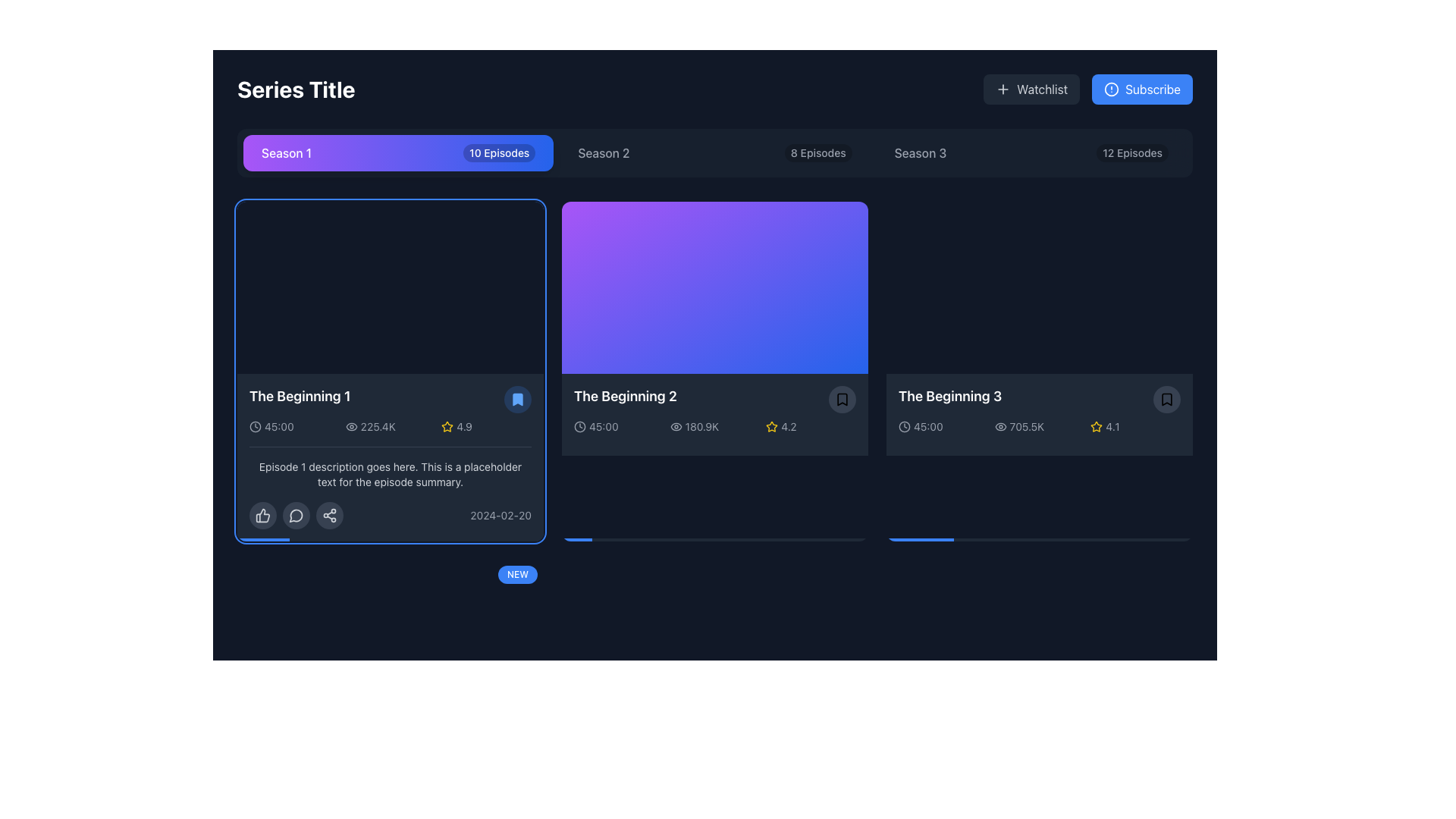  Describe the element at coordinates (603, 427) in the screenshot. I see `the Text label displaying the time duration ('45:00') for 'The Beginning 2' episode` at that location.